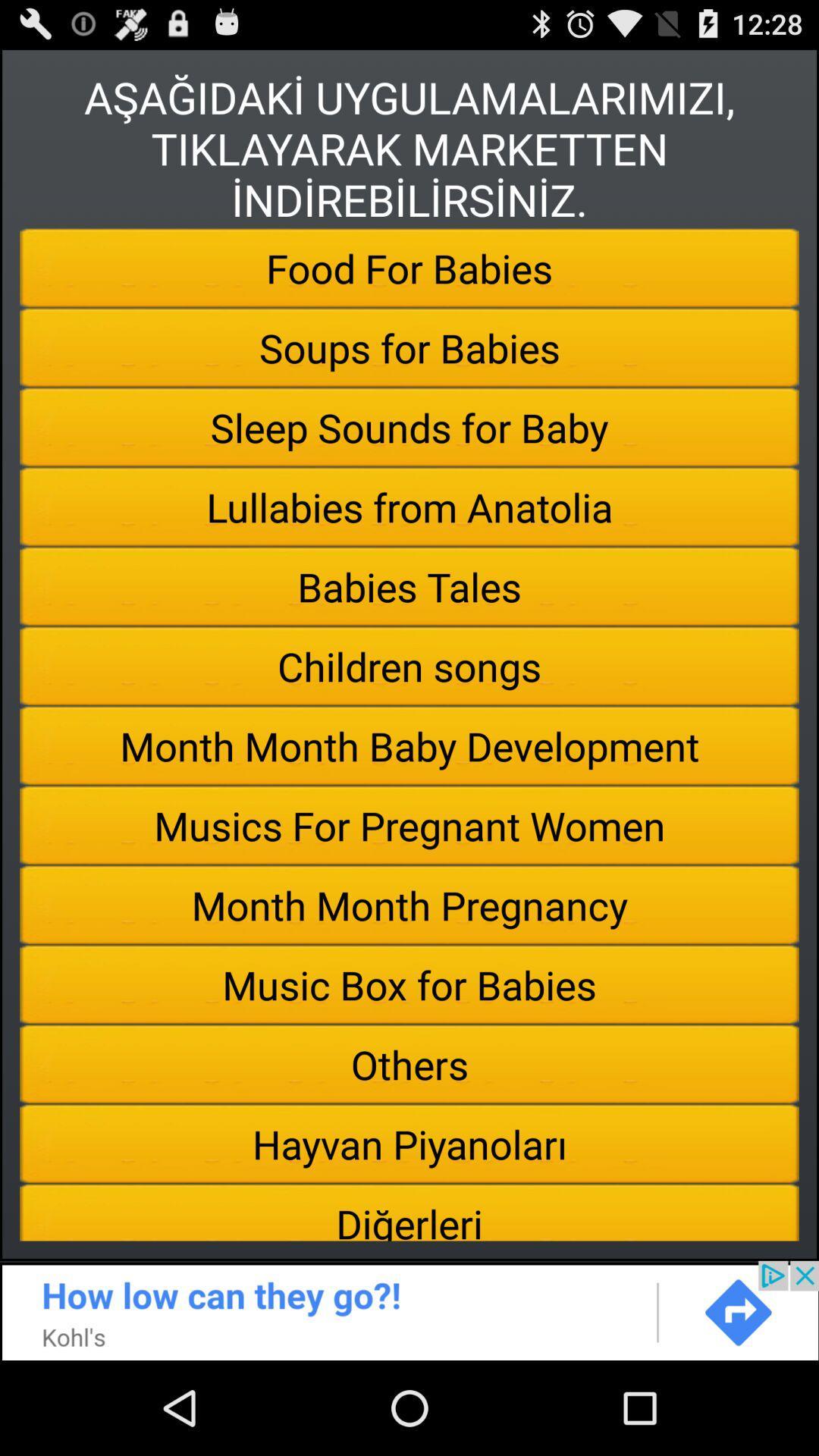 Image resolution: width=819 pixels, height=1456 pixels. I want to click on opens the advertisement, so click(409, 1310).